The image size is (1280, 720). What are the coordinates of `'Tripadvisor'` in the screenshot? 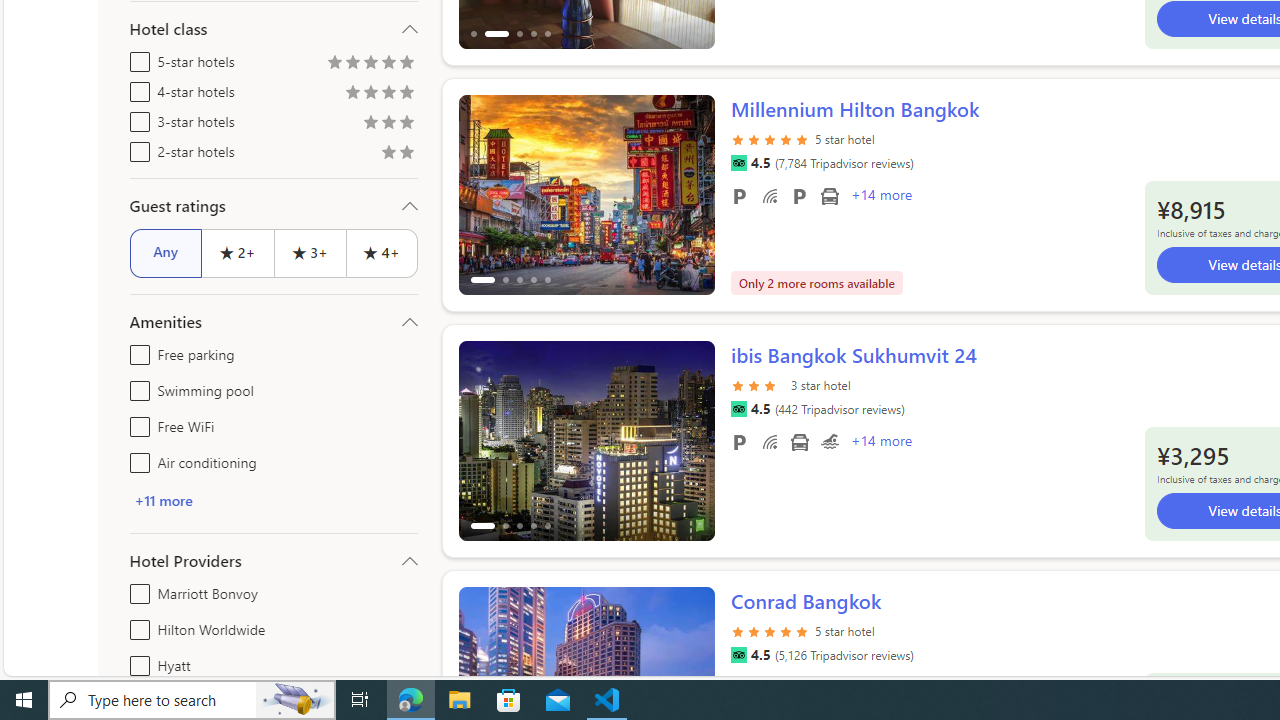 It's located at (737, 655).